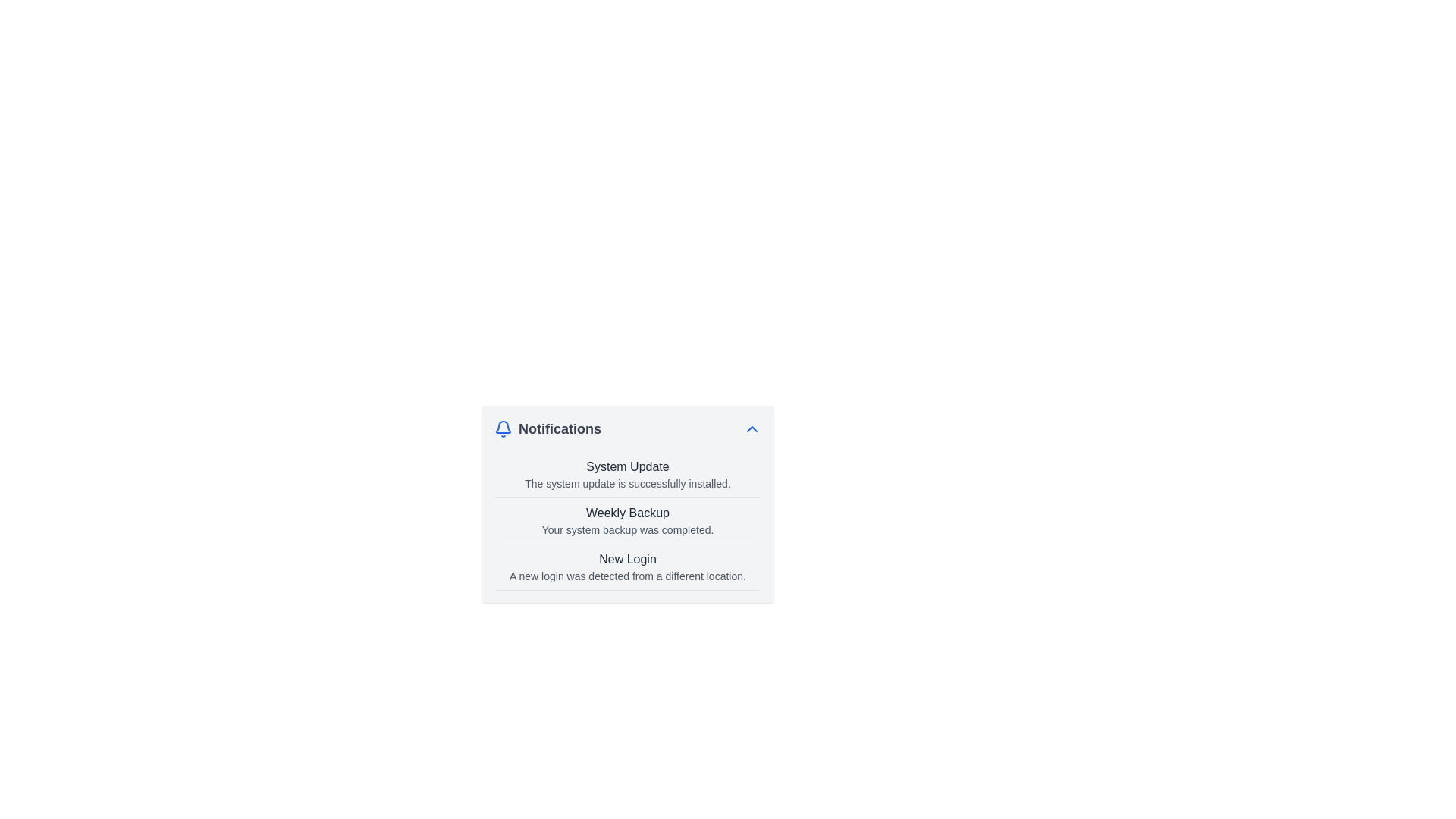 The height and width of the screenshot is (819, 1456). What do you see at coordinates (628, 483) in the screenshot?
I see `the text label that provides a brief, descriptive update message about the successful completion of a system update, located below the 'System Update' heading in the notification panel` at bounding box center [628, 483].